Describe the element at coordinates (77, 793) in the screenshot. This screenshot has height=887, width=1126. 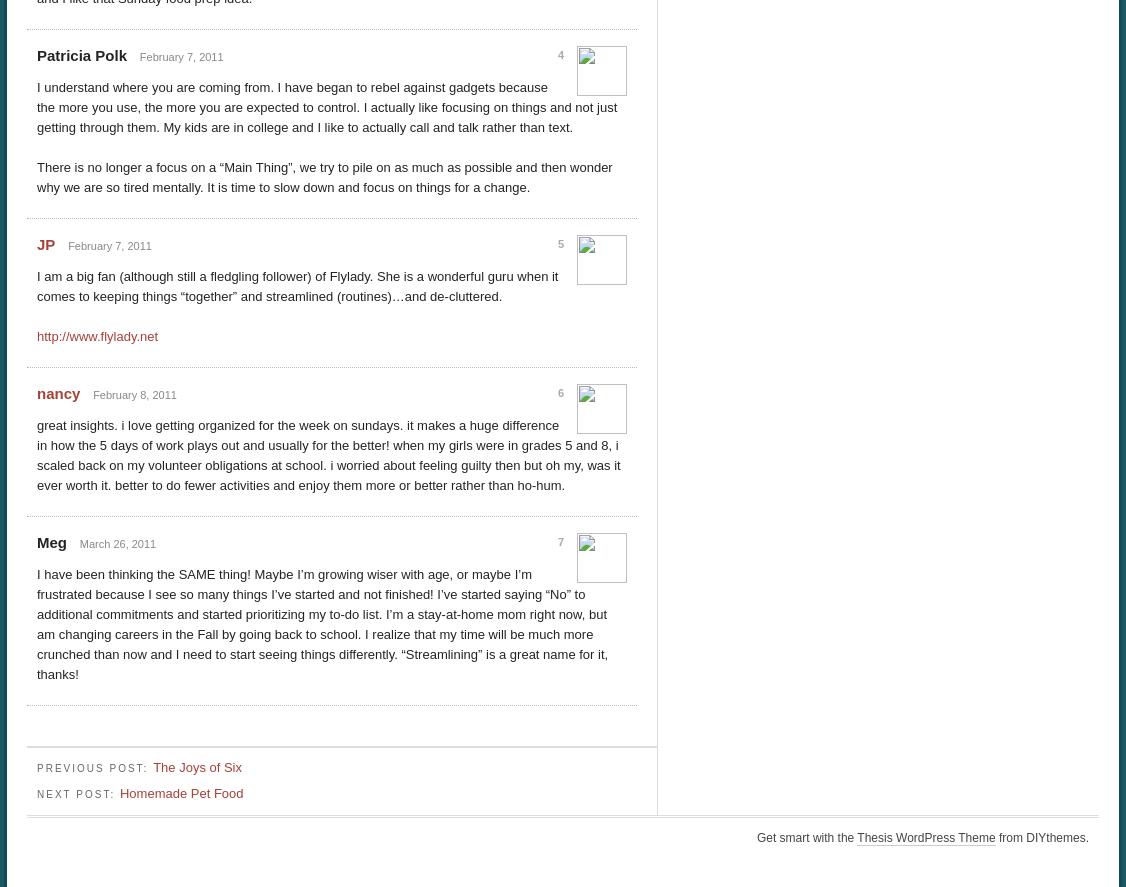
I see `'Next post:'` at that location.